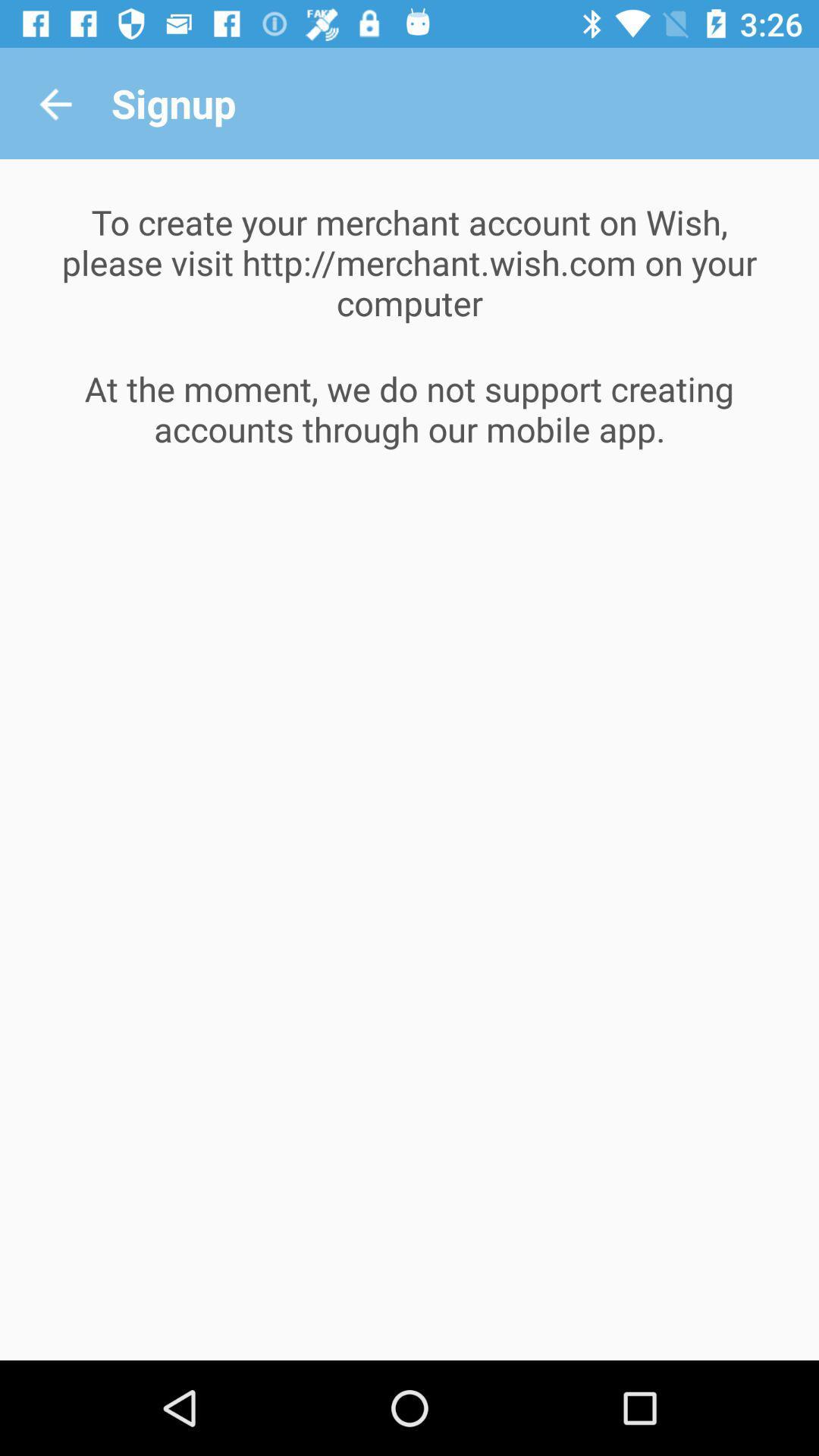 This screenshot has width=819, height=1456. Describe the element at coordinates (55, 102) in the screenshot. I see `icon to the left of the signup icon` at that location.